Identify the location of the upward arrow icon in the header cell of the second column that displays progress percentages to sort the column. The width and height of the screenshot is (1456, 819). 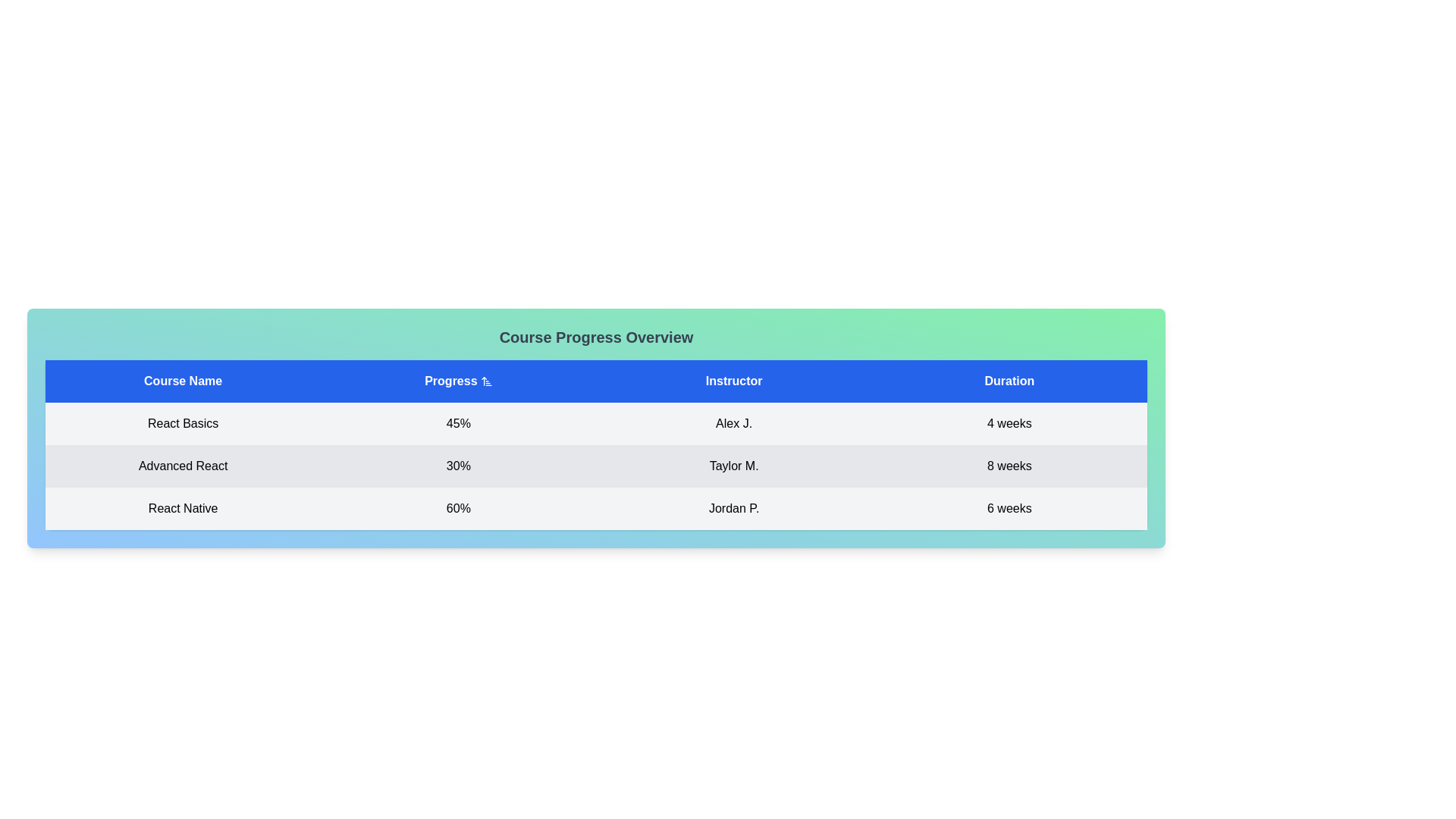
(457, 380).